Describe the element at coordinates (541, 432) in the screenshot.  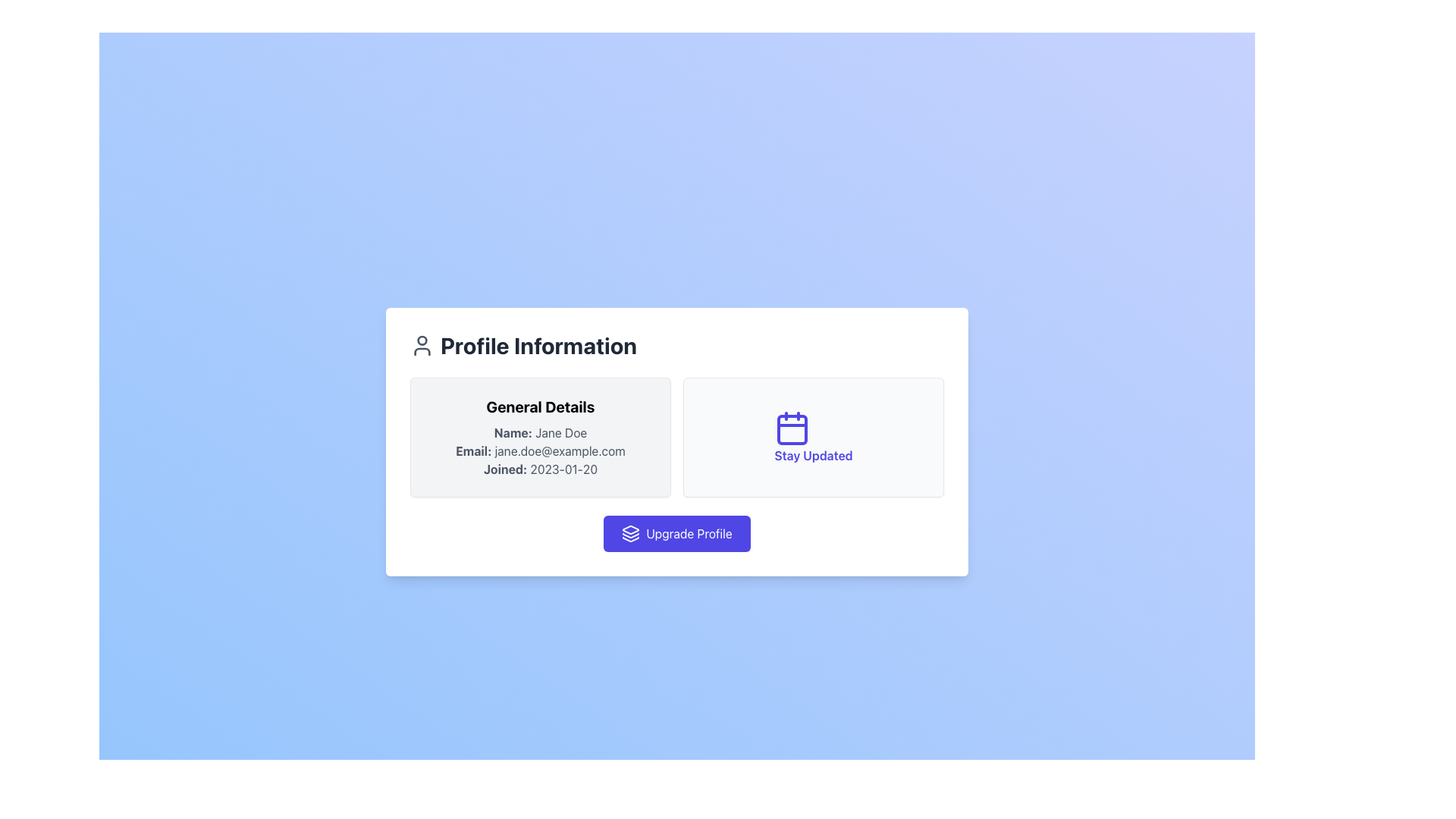
I see `the user's name display element located in the 'General Details' box, which is the first element in the vertical list` at that location.